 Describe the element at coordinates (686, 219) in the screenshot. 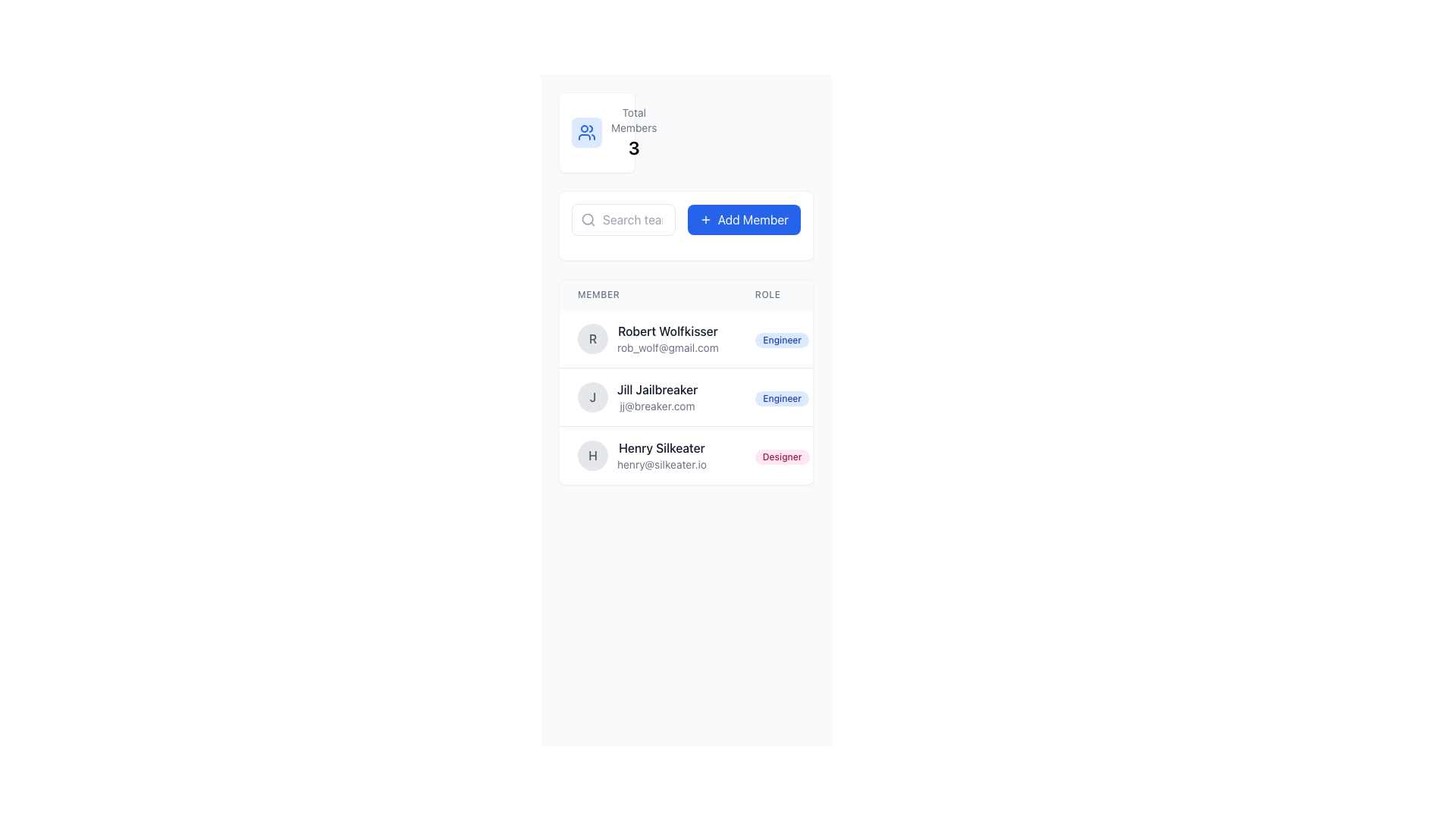

I see `the 'Add Member' button located in the upper-mid section of the interface, which has a blue background and a plus sign icon` at that location.